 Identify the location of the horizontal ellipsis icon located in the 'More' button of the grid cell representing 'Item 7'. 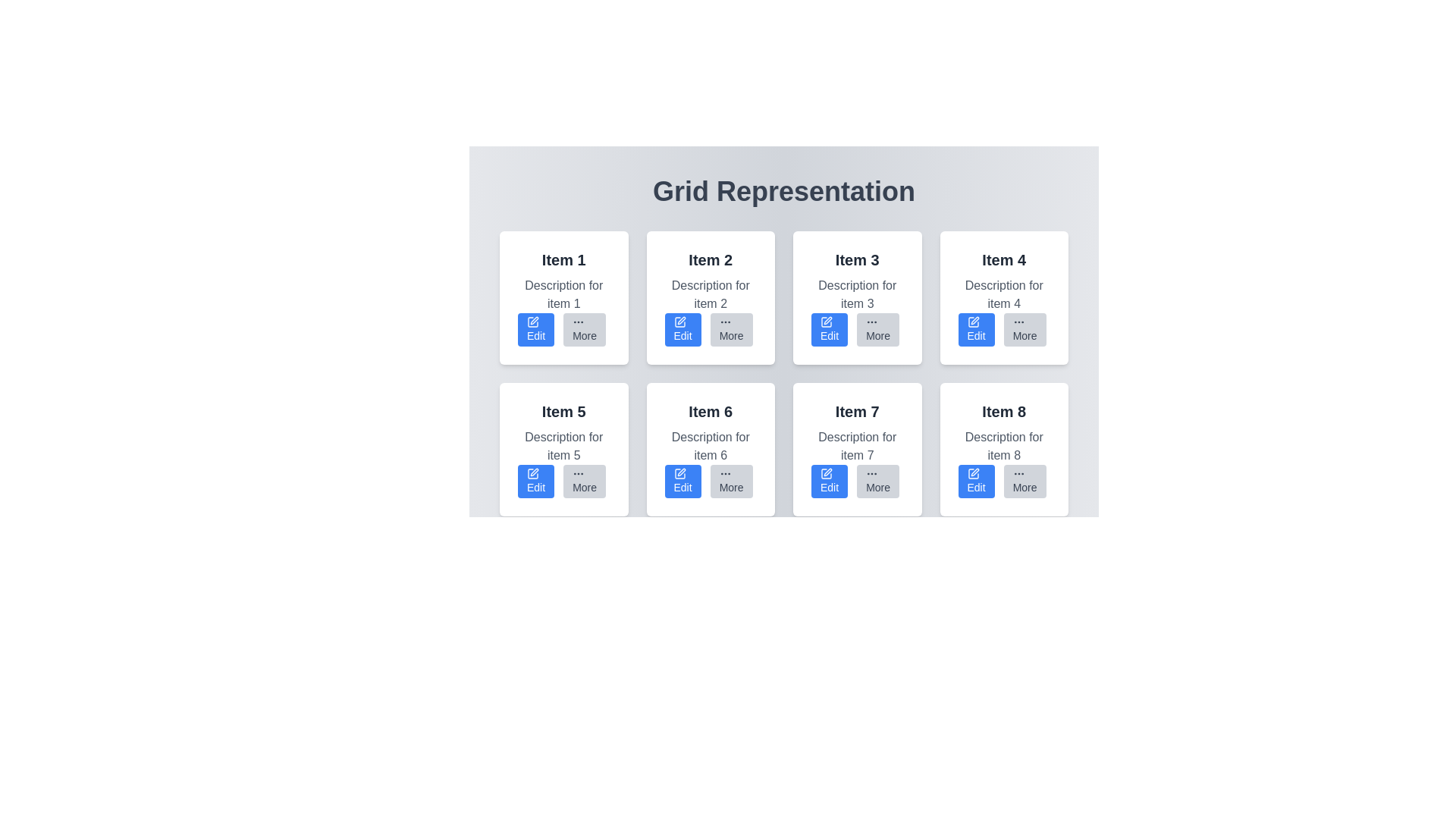
(872, 472).